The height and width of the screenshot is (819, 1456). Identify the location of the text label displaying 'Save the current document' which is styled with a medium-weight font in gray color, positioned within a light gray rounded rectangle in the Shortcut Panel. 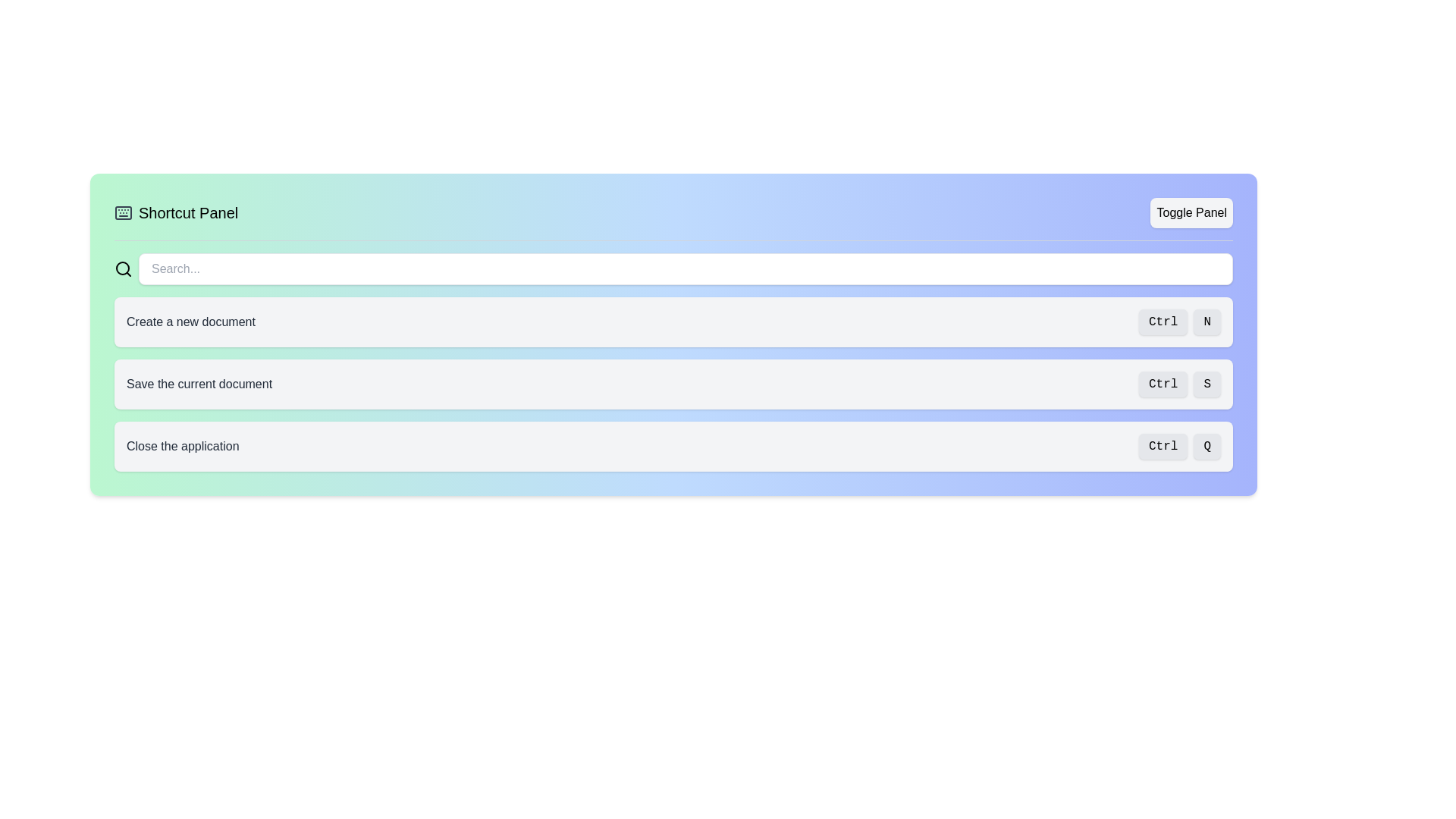
(199, 383).